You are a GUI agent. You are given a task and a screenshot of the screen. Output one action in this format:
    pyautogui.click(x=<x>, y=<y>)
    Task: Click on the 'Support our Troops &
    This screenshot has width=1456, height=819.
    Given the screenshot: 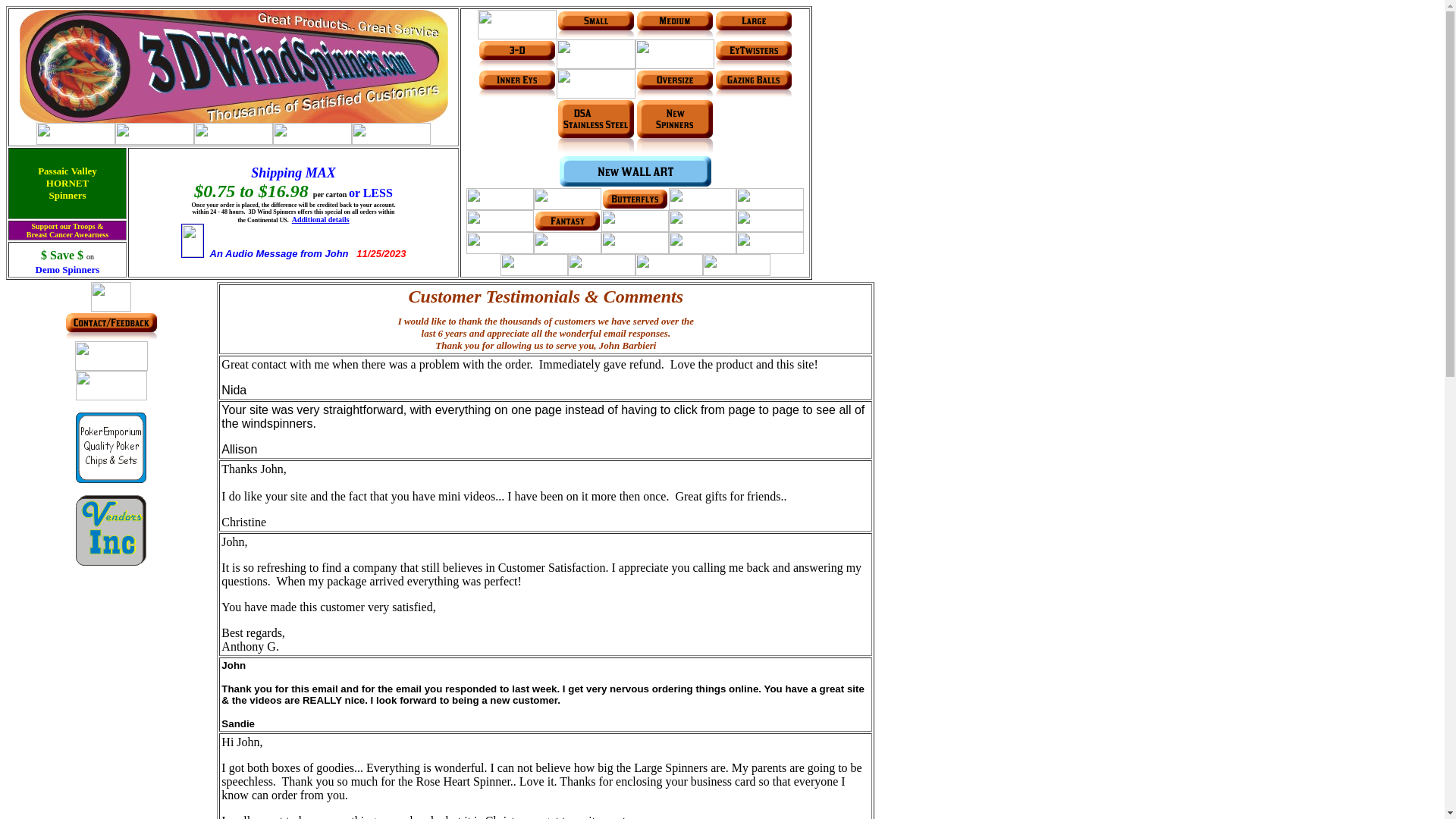 What is the action you would take?
    pyautogui.click(x=67, y=228)
    